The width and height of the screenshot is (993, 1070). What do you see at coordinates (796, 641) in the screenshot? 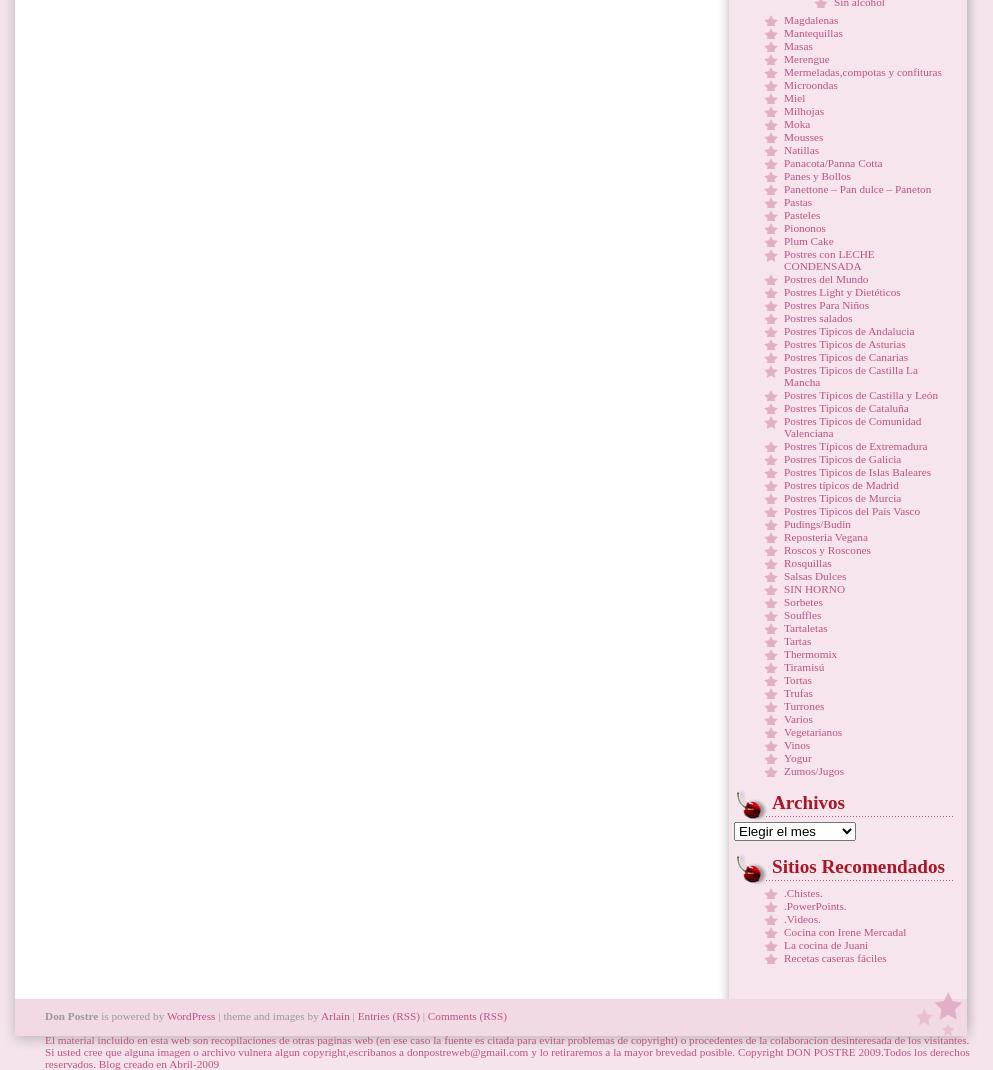
I see `'Tartas'` at bounding box center [796, 641].